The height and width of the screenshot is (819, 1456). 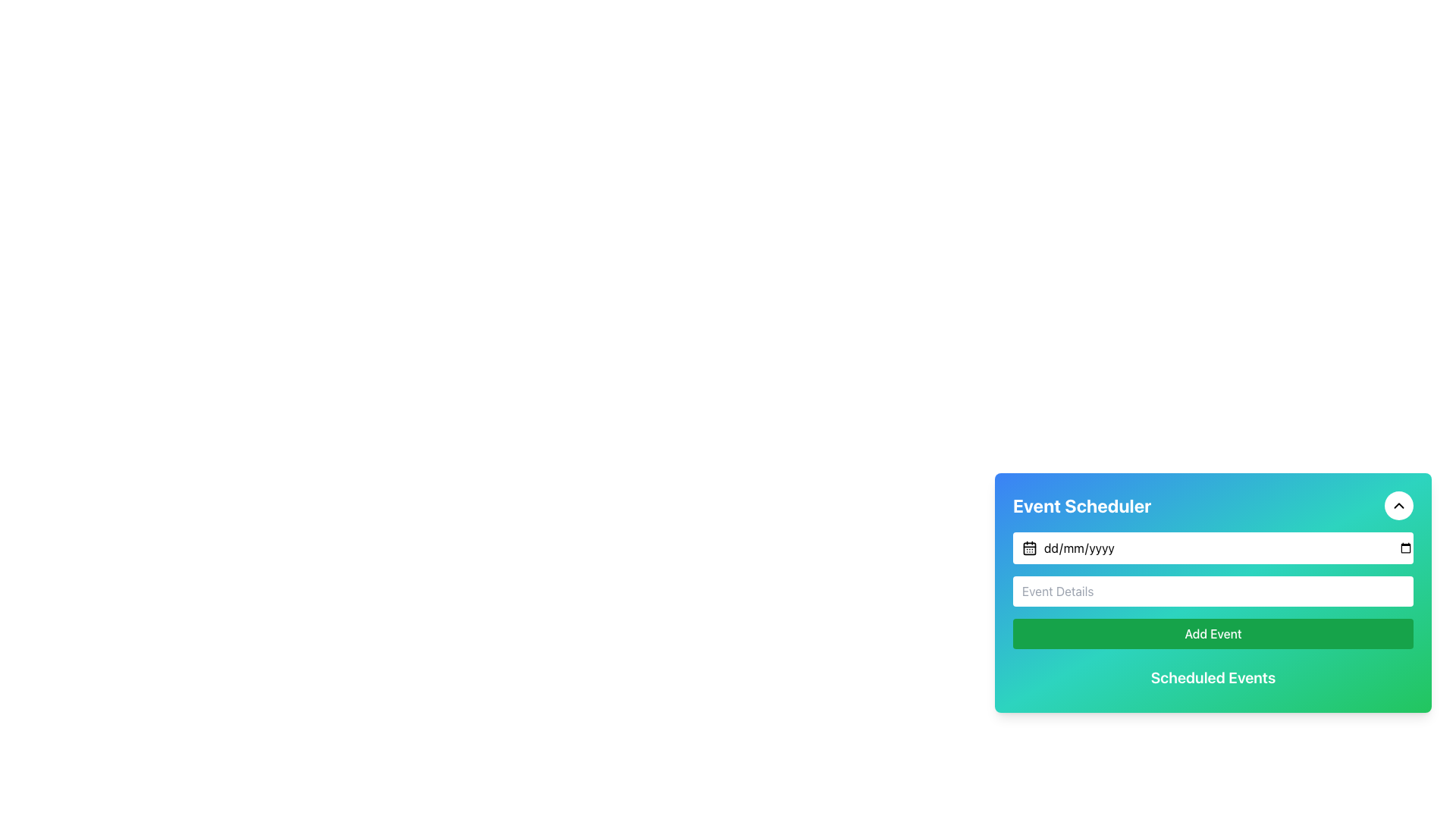 I want to click on the button located at the top-right corner of the 'Event Scheduler' panel, so click(x=1398, y=506).